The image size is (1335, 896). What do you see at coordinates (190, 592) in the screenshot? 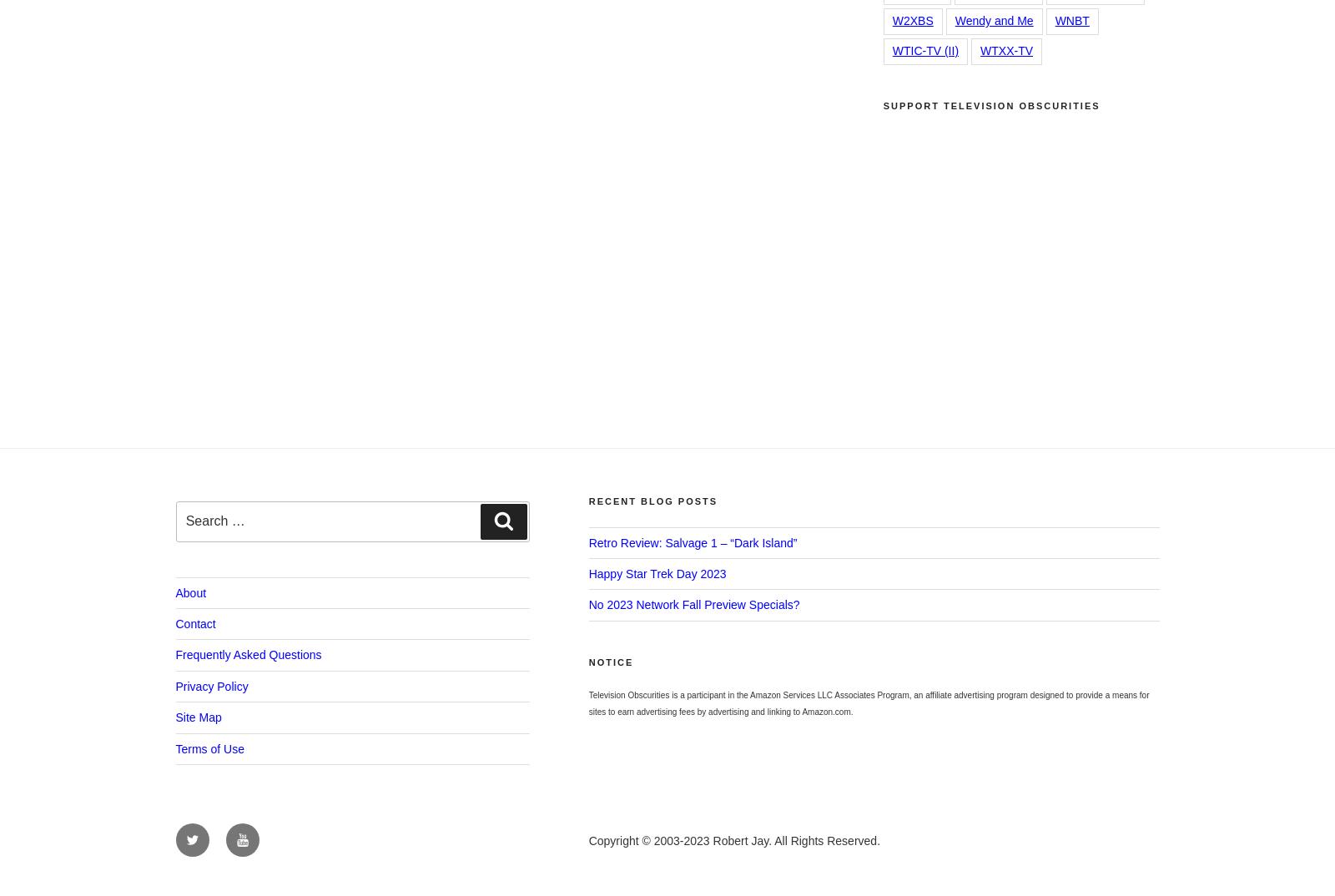
I see `'About'` at bounding box center [190, 592].